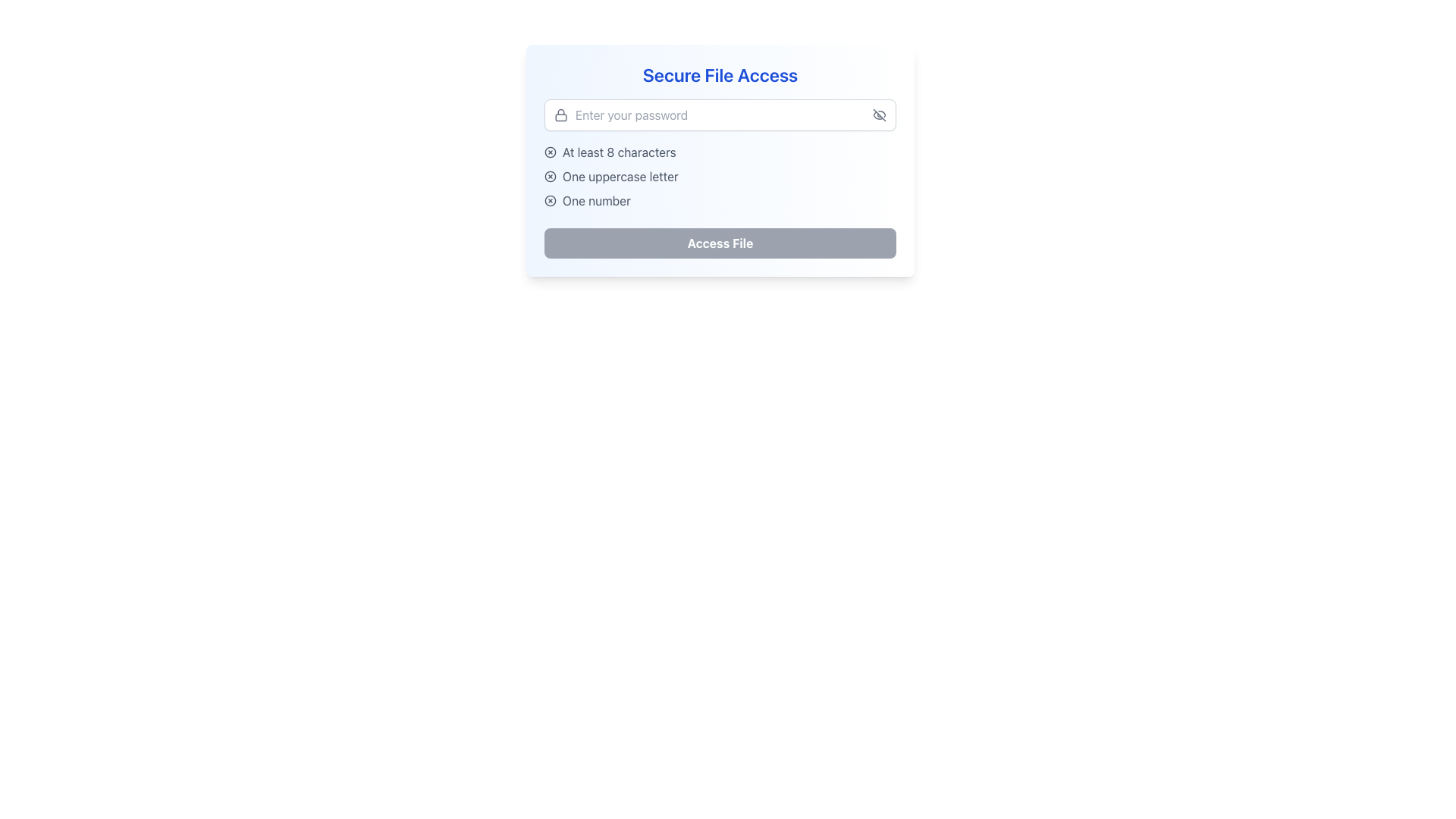  Describe the element at coordinates (549, 152) in the screenshot. I see `the circular outline icon that indicates the status of the password requirement, located to the left of the text 'At least 8 characters'` at that location.